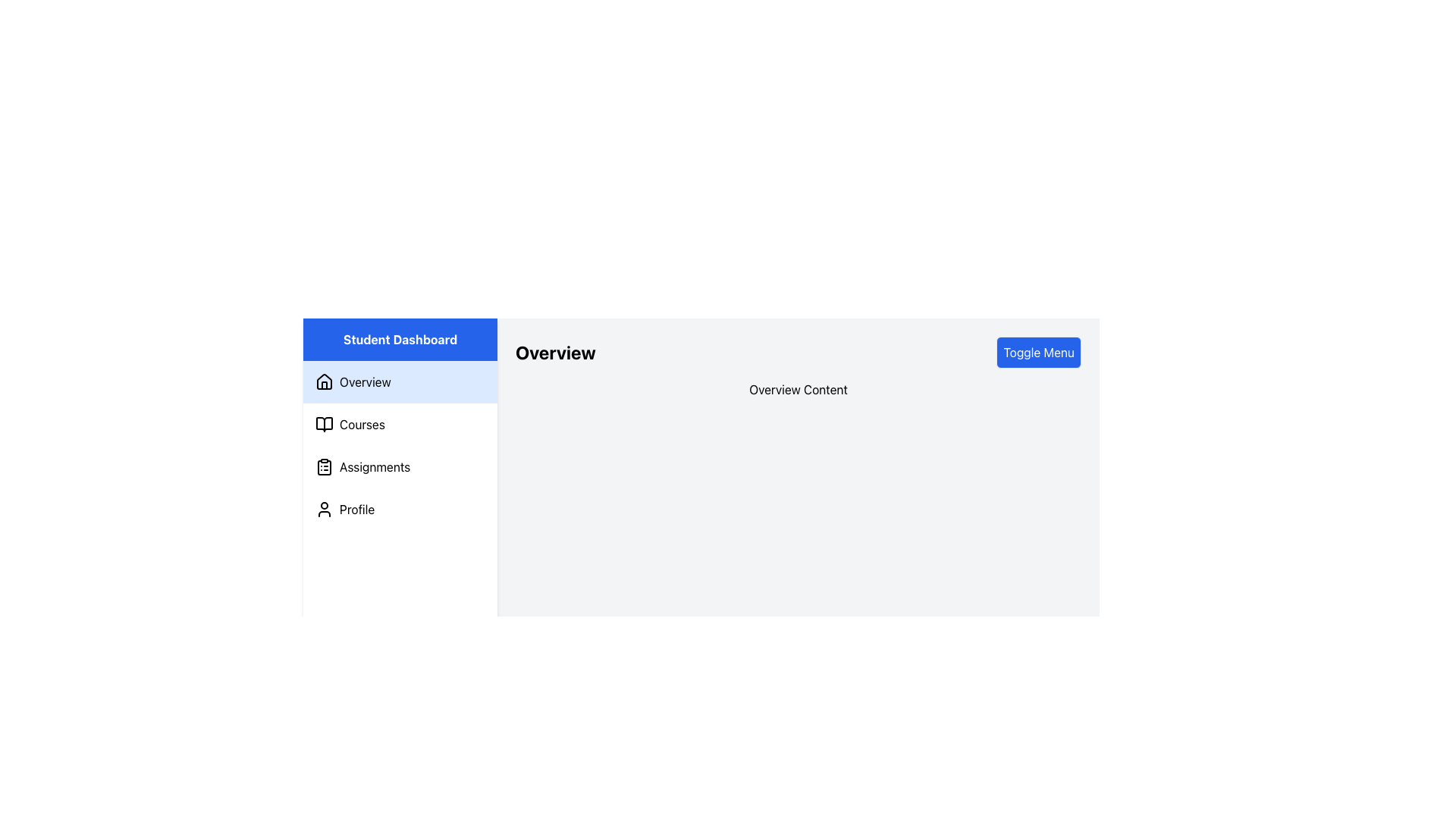 The width and height of the screenshot is (1456, 819). What do you see at coordinates (1038, 353) in the screenshot?
I see `the button located in the top-right area of the content section` at bounding box center [1038, 353].